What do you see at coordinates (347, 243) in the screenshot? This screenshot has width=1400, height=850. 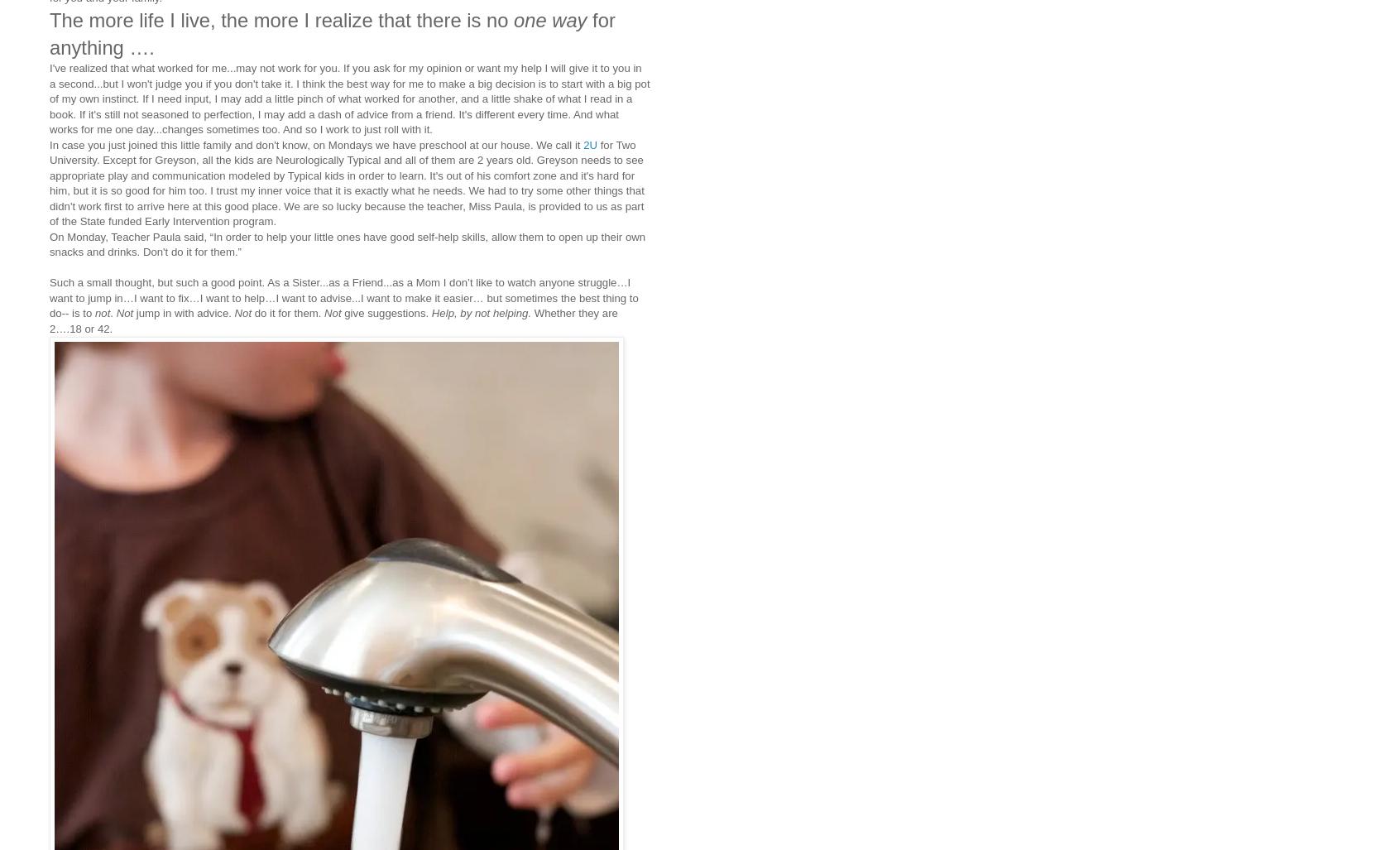 I see `'On Monday, Teacher Paula said, “In order to help your little ones have good self-help skills, allow them to open up their own snacks and drinks. Don't do it for them.”'` at bounding box center [347, 243].